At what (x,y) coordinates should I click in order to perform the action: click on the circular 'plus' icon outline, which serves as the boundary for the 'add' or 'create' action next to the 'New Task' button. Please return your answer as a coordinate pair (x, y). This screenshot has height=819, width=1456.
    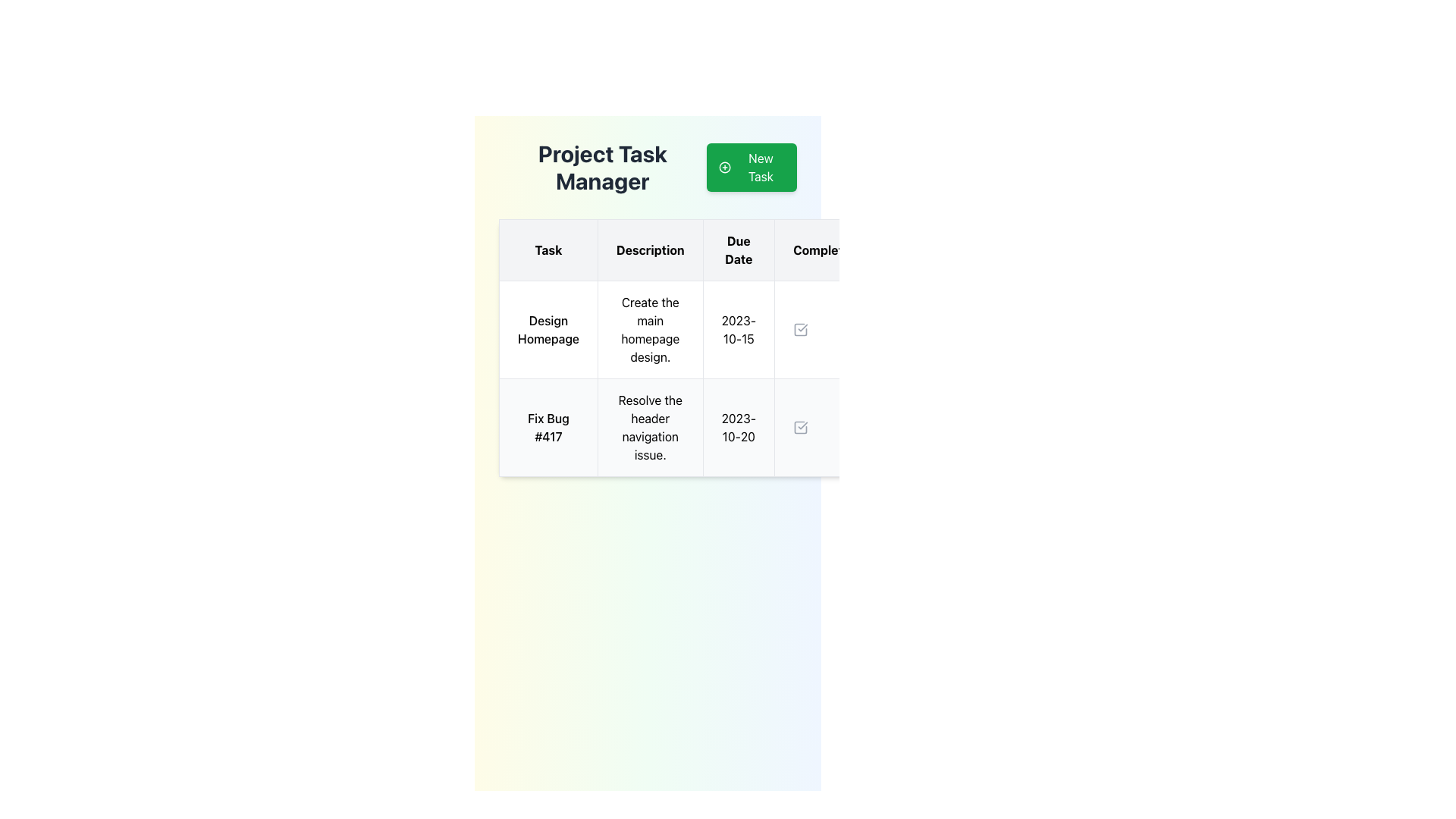
    Looking at the image, I should click on (723, 167).